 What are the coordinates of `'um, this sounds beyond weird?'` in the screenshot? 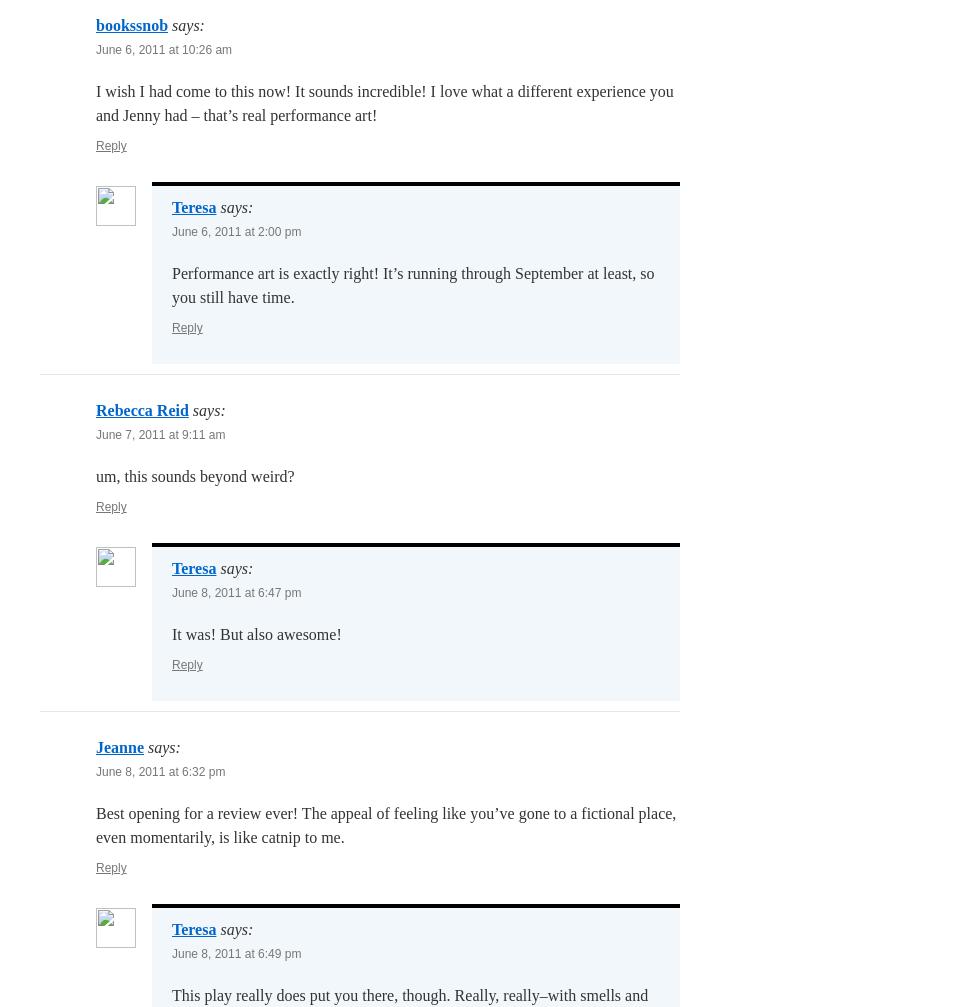 It's located at (96, 476).